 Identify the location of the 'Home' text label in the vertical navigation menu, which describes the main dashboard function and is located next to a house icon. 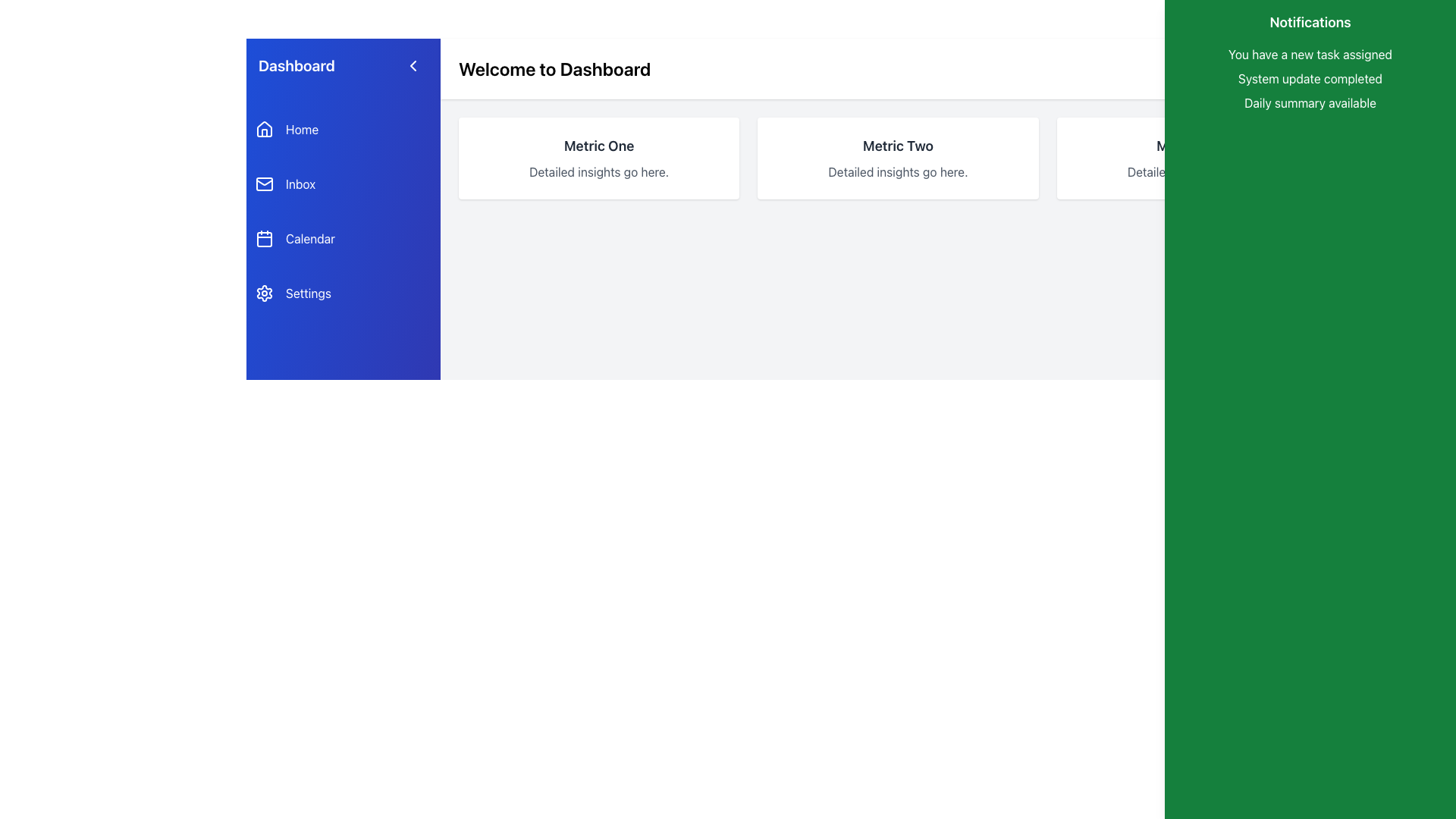
(302, 128).